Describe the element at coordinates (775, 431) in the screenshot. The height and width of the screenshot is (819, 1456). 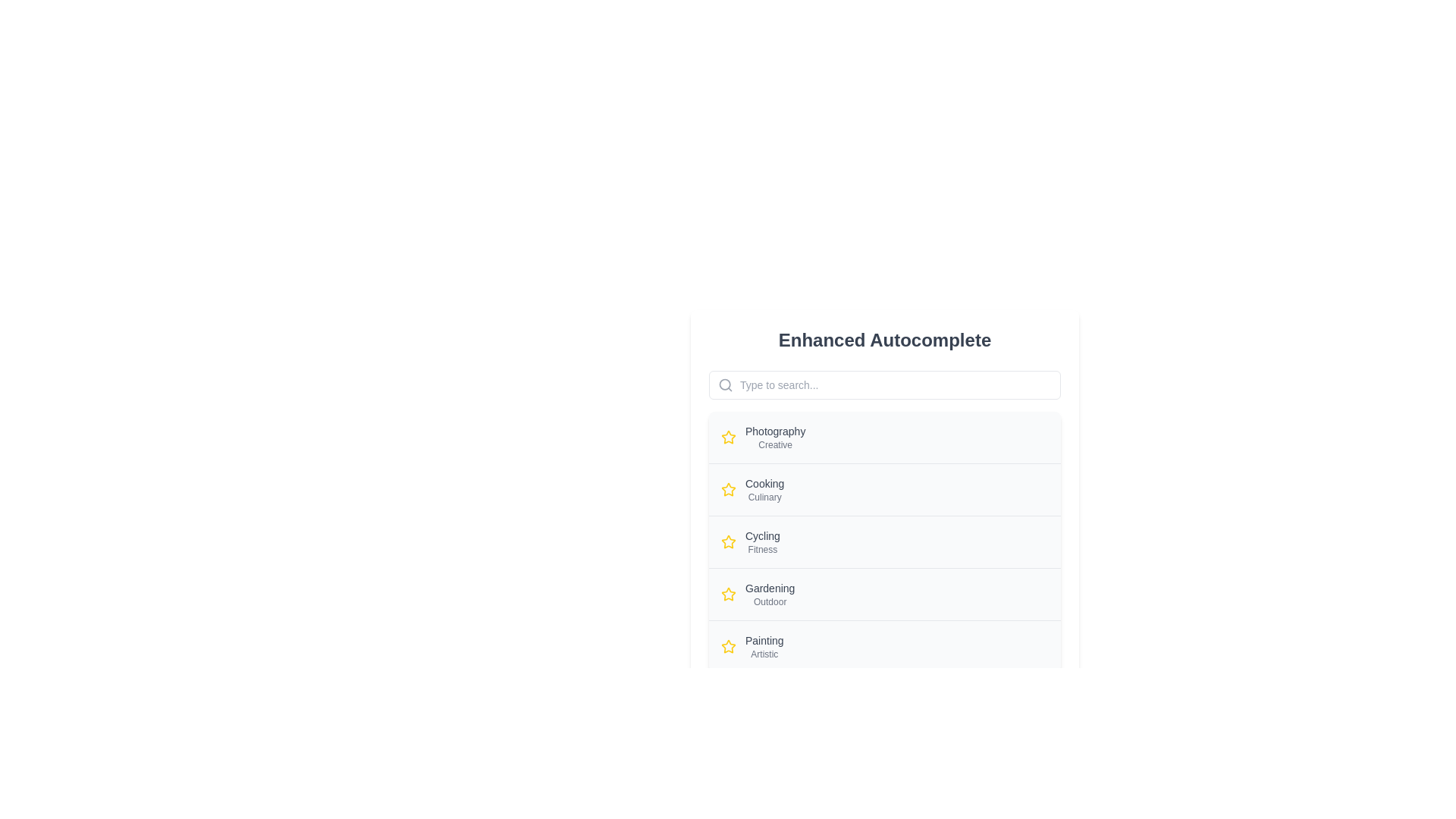
I see `the non-interactive text label that indicates a category or topic, located above the 'Creative' text element and adjacent to a star icon` at that location.